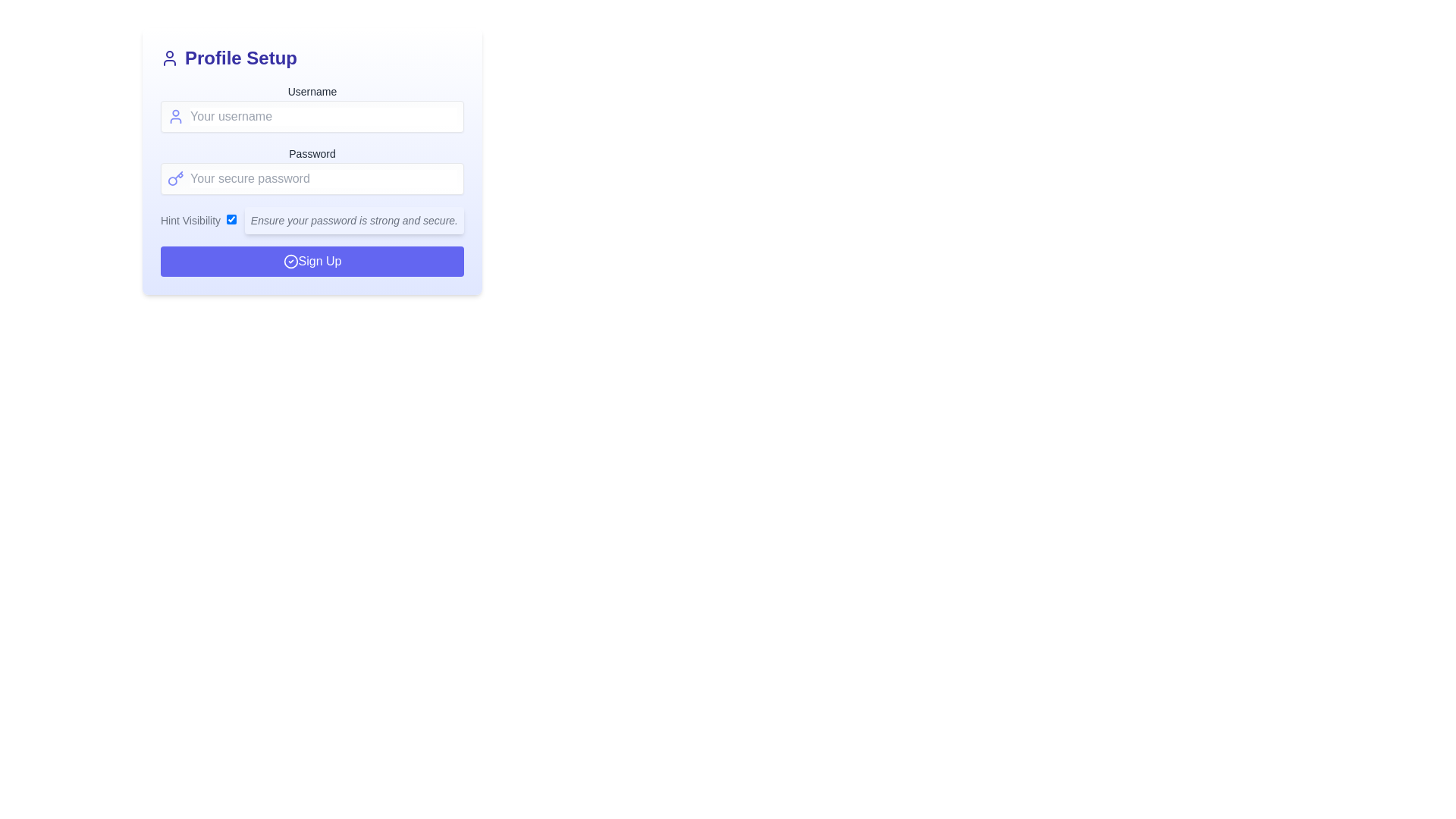 The height and width of the screenshot is (819, 1456). What do you see at coordinates (353, 220) in the screenshot?
I see `the informational text box that provides hints for creating a secure password, located beneath the 'Hint Visibility' label and checkbox` at bounding box center [353, 220].